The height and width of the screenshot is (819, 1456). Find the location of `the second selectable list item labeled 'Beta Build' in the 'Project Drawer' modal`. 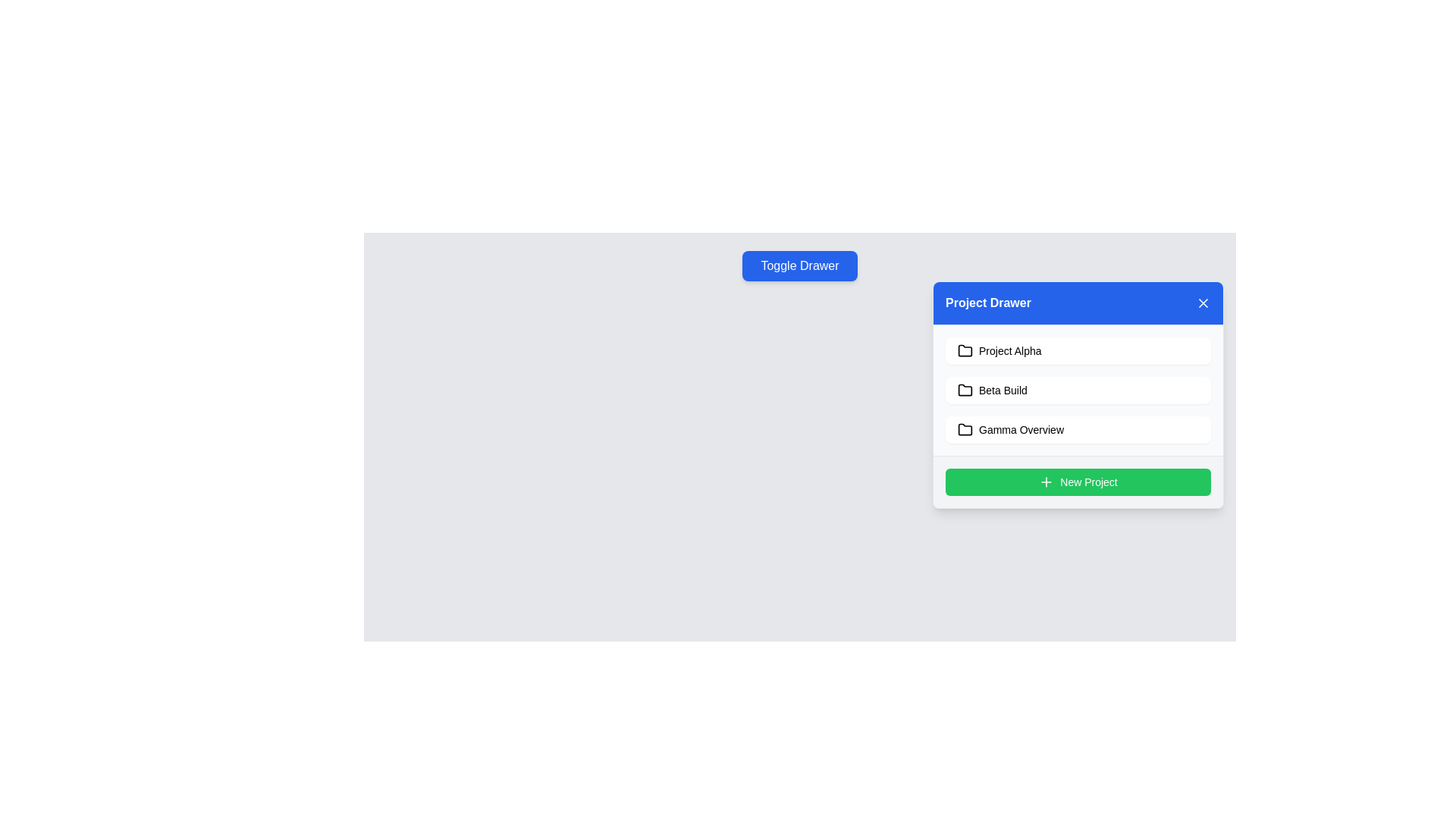

the second selectable list item labeled 'Beta Build' in the 'Project Drawer' modal is located at coordinates (1077, 390).